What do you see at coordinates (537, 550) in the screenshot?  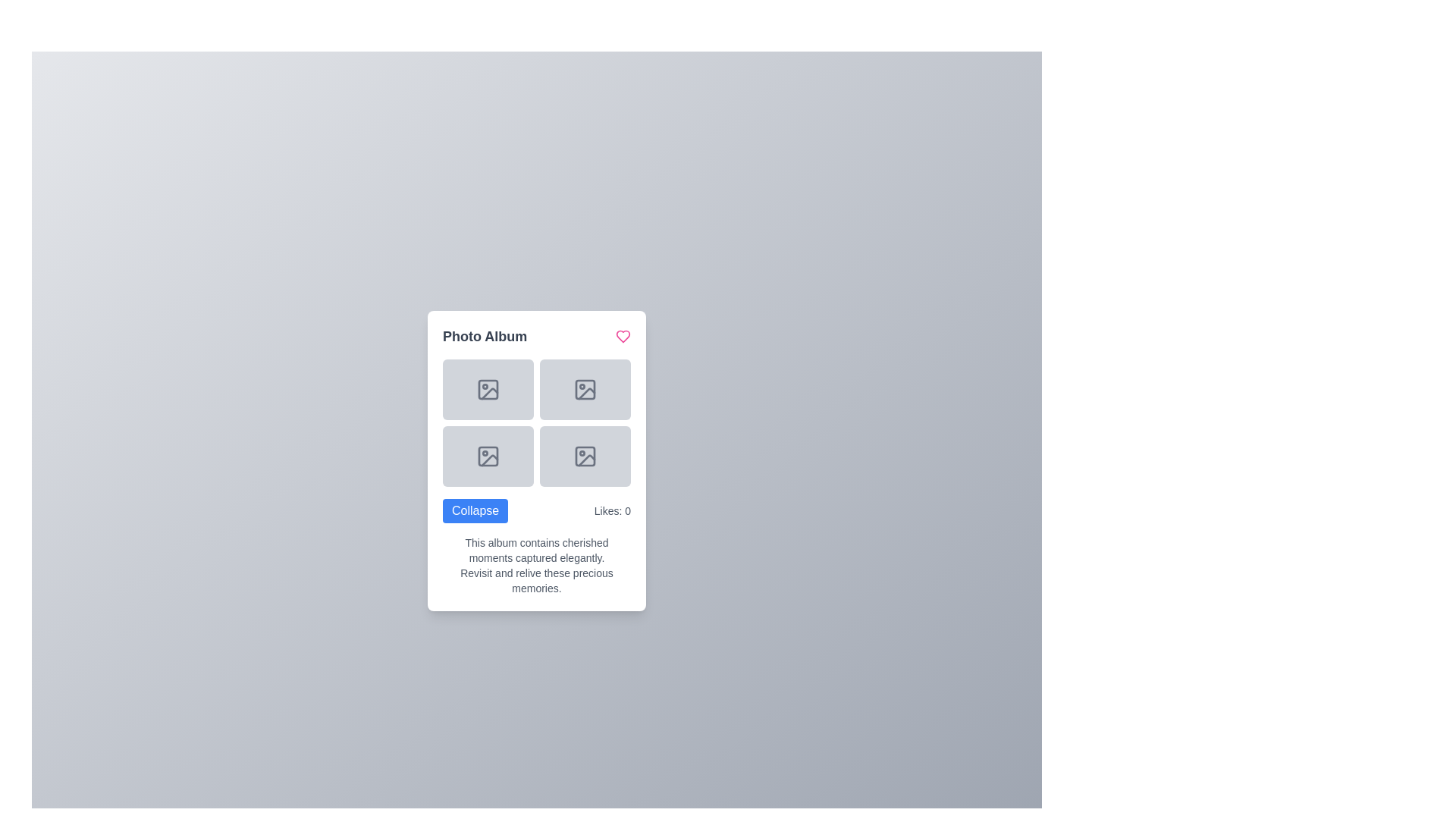 I see `static text block that says 'This album contains cherished moments captured elegantly.' It is styled in small gray font and located below a blue 'Collapse' button` at bounding box center [537, 550].